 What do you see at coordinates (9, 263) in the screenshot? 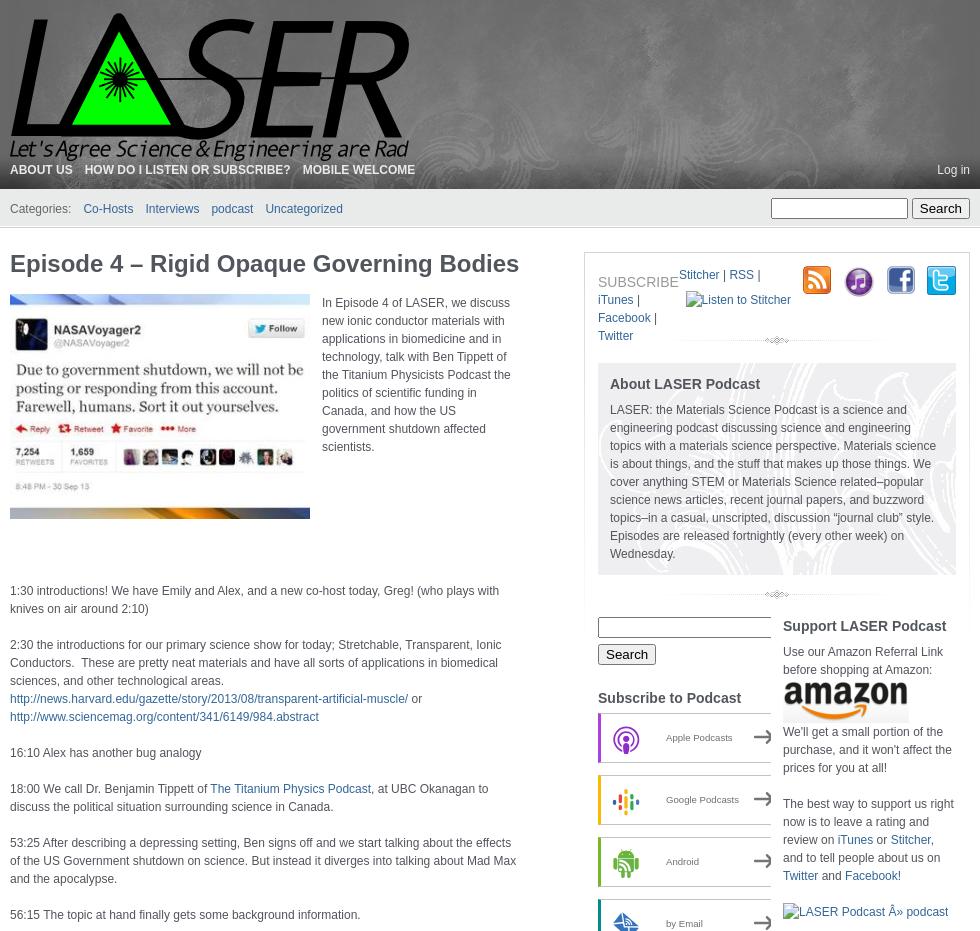
I see `'Episode 4 – Rigid Opaque Governing Bodies'` at bounding box center [9, 263].